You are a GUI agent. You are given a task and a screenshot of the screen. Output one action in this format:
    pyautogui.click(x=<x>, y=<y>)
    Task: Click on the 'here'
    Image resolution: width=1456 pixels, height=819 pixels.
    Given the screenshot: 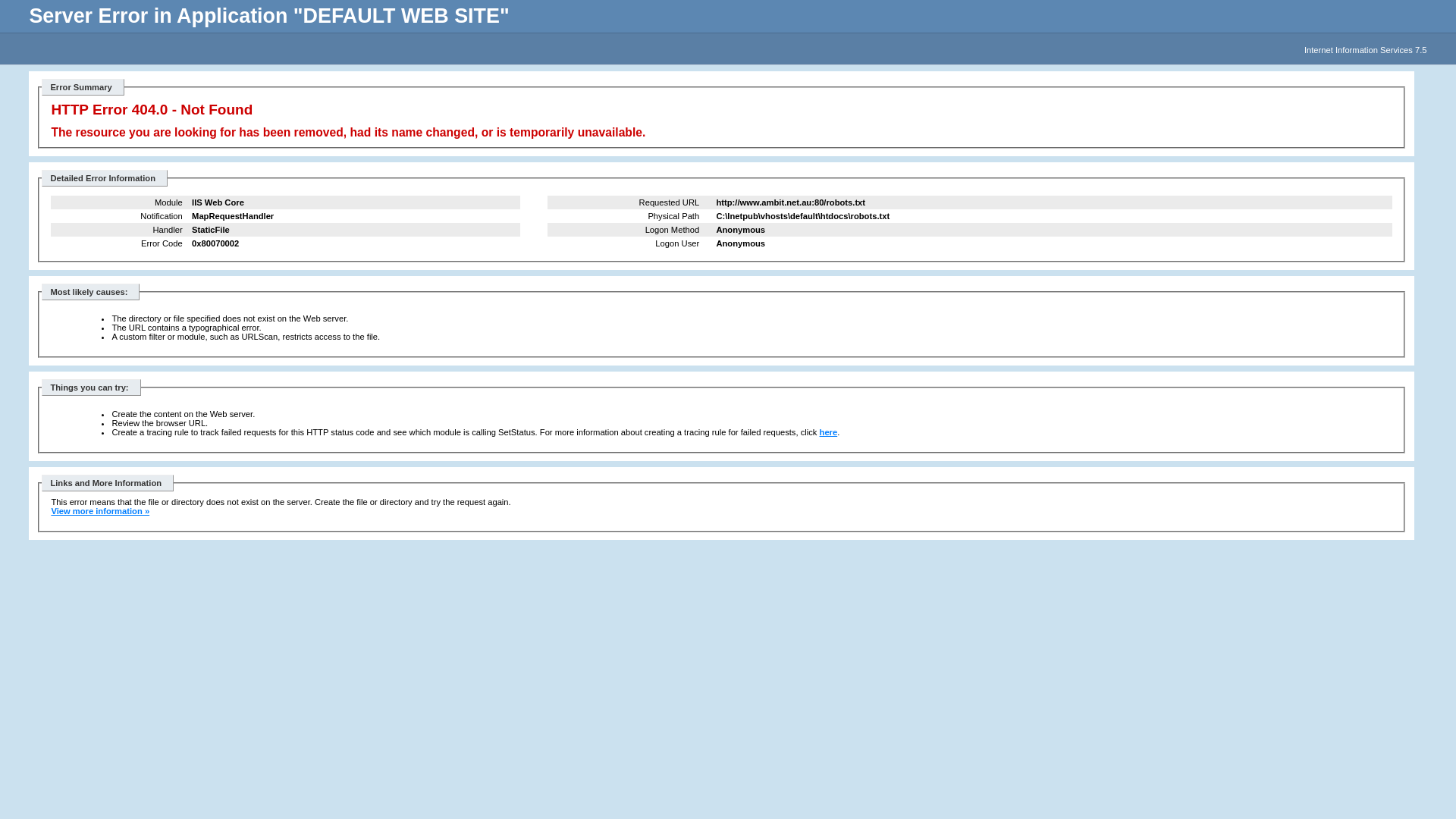 What is the action you would take?
    pyautogui.click(x=828, y=432)
    